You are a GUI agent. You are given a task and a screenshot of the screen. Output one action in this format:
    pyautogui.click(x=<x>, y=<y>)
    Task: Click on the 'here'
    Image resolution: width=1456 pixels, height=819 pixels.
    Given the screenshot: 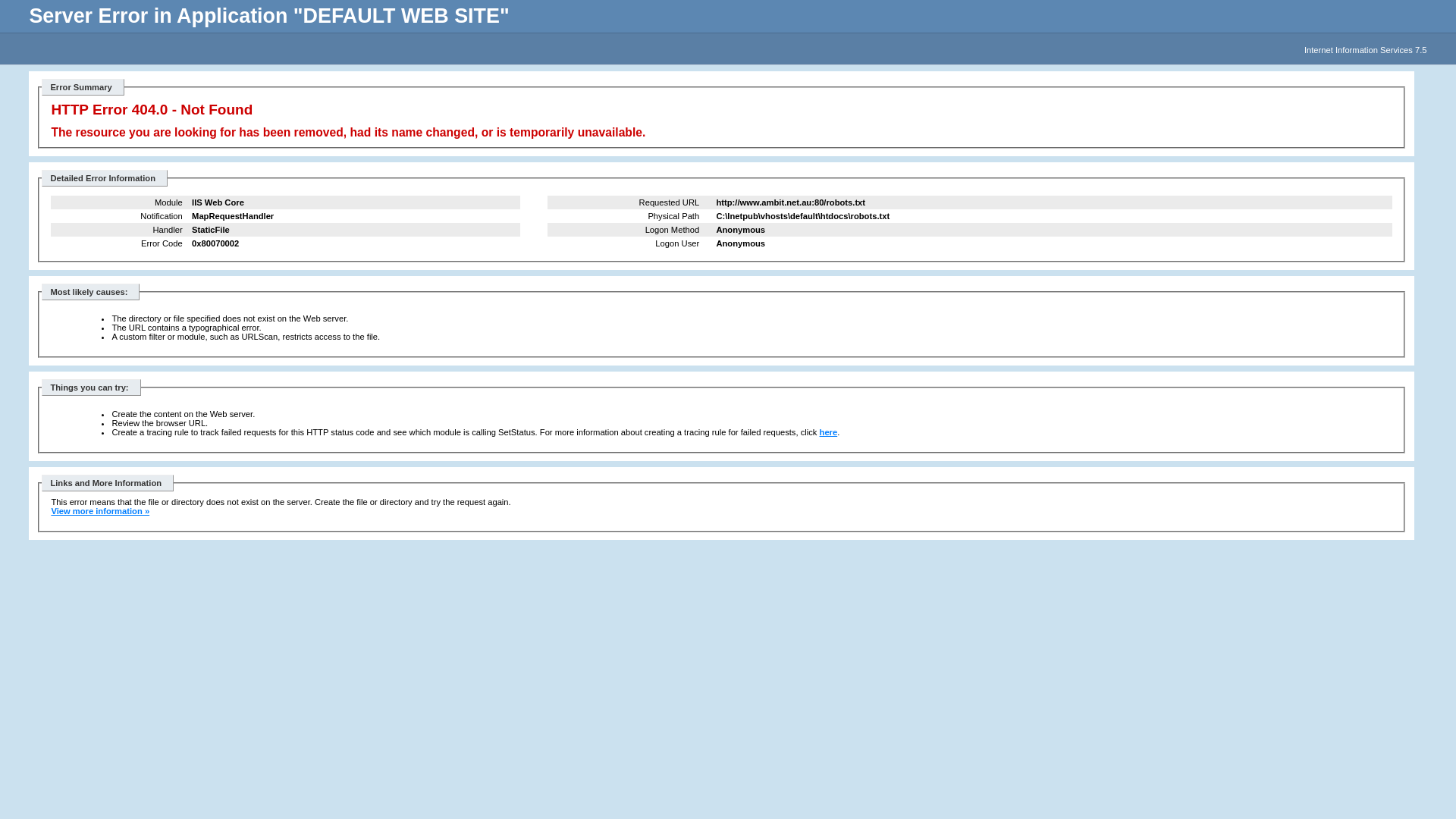 What is the action you would take?
    pyautogui.click(x=828, y=432)
    